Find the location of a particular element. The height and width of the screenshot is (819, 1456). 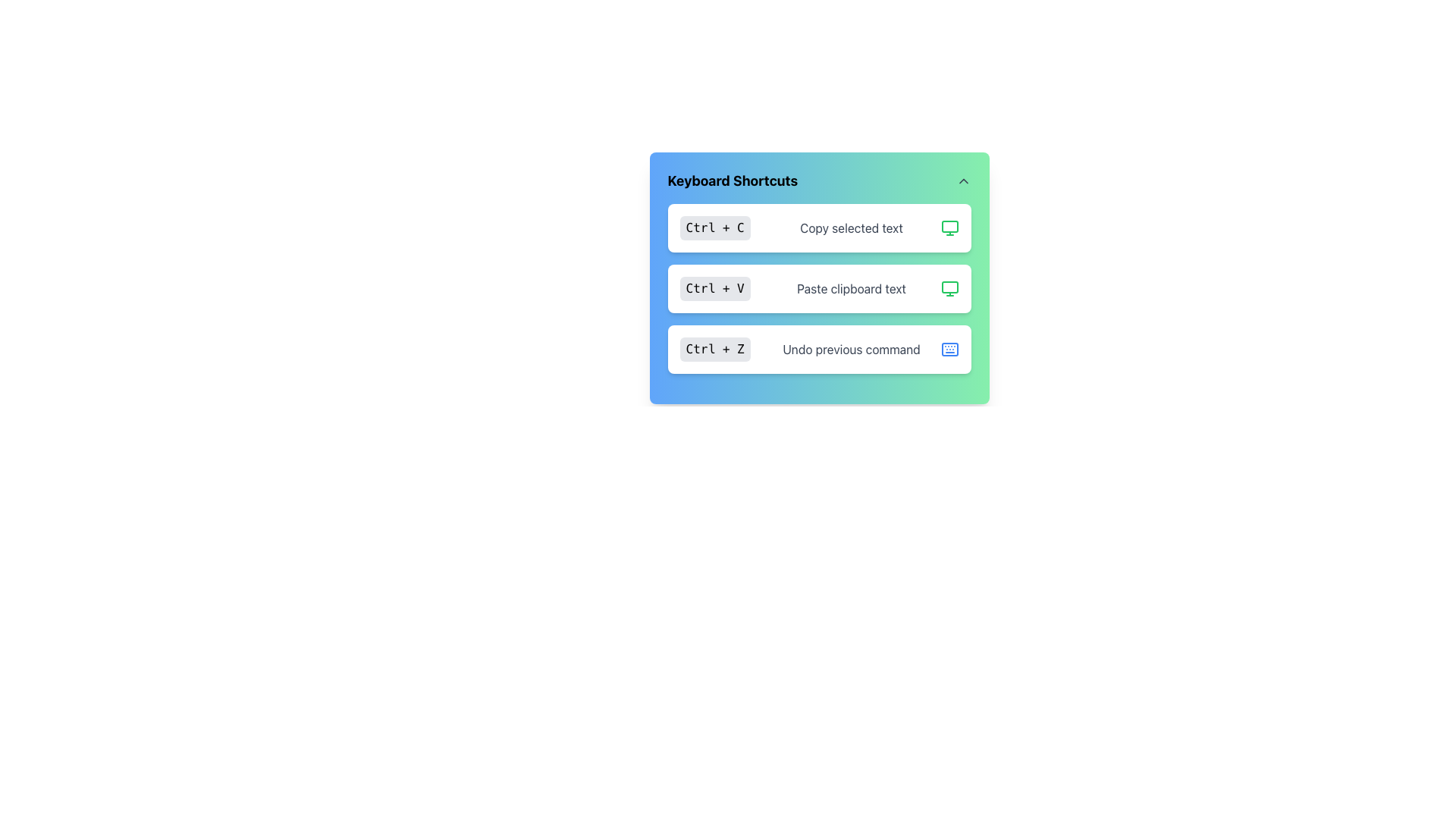

the 'Ctrl + Z' text label, which is a small rectangular box with a light gray background, located in the third row of shortcut instructions is located at coordinates (714, 350).